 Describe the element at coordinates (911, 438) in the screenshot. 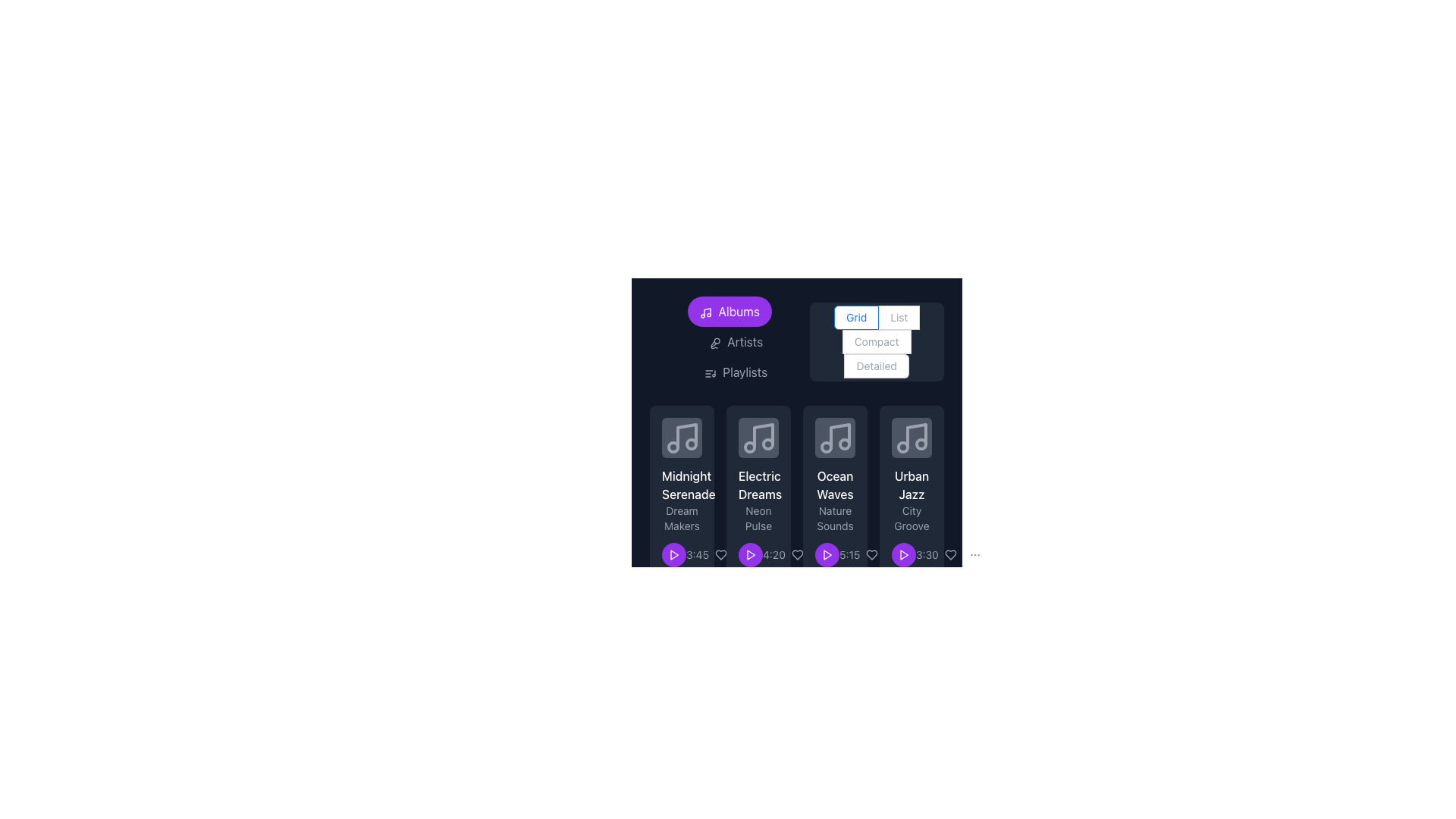

I see `the Icon placeholder representing the music album 'Urban Jazz', located in the 'City Groove' component of the album grid interface` at that location.